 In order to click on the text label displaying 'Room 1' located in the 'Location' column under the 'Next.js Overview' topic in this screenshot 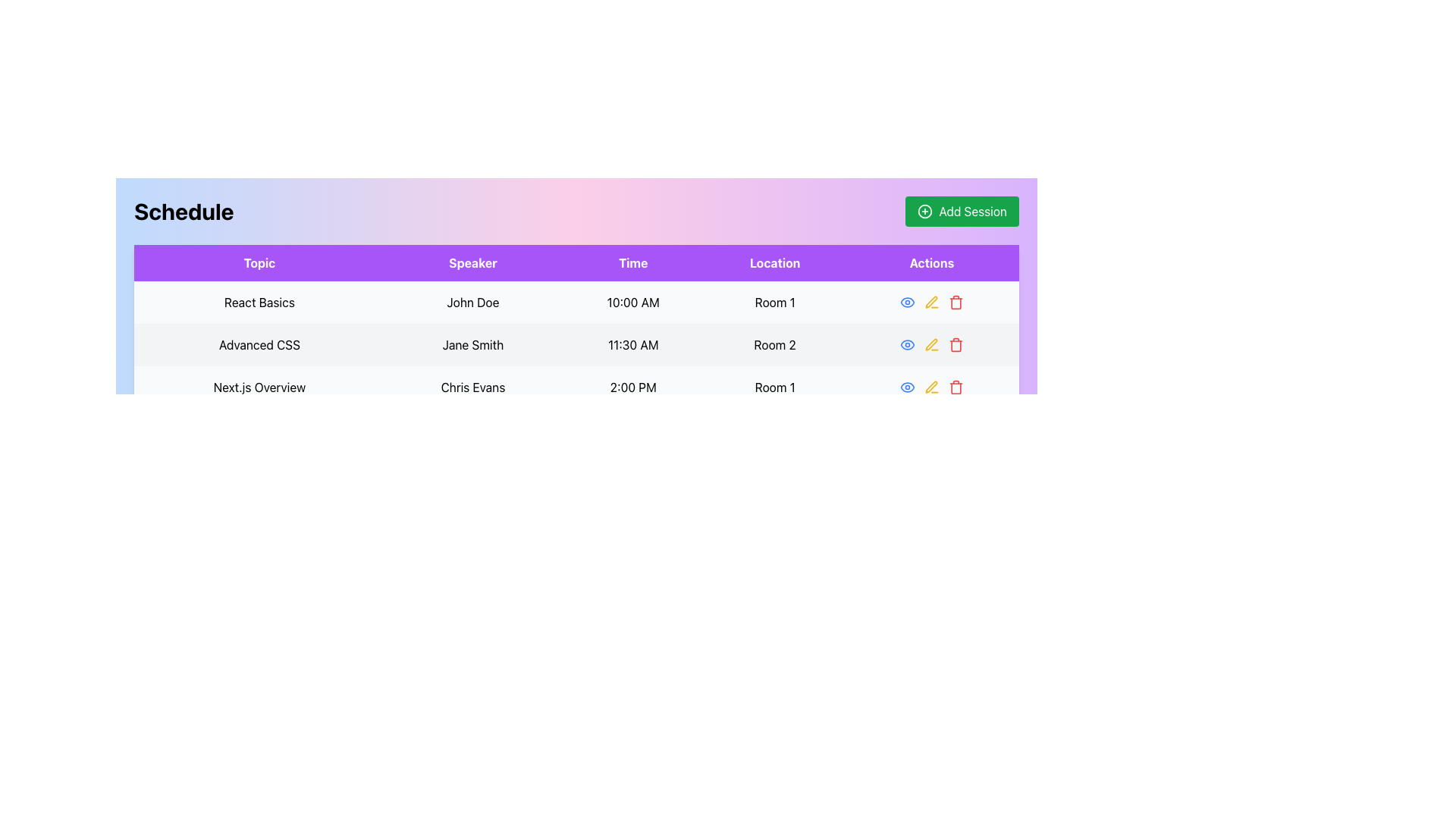, I will do `click(775, 386)`.